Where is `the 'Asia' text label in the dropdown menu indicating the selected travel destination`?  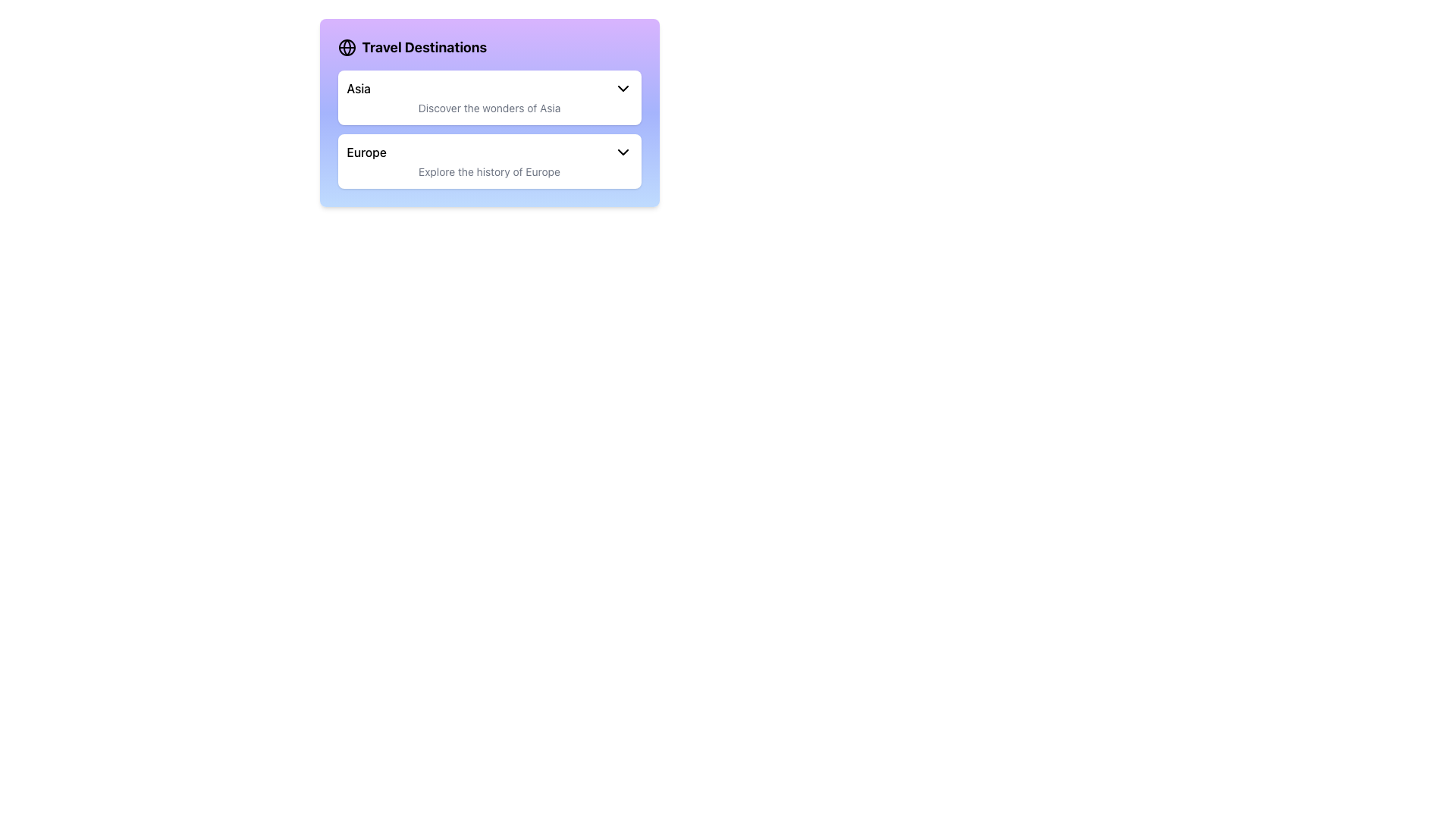
the 'Asia' text label in the dropdown menu indicating the selected travel destination is located at coordinates (358, 88).